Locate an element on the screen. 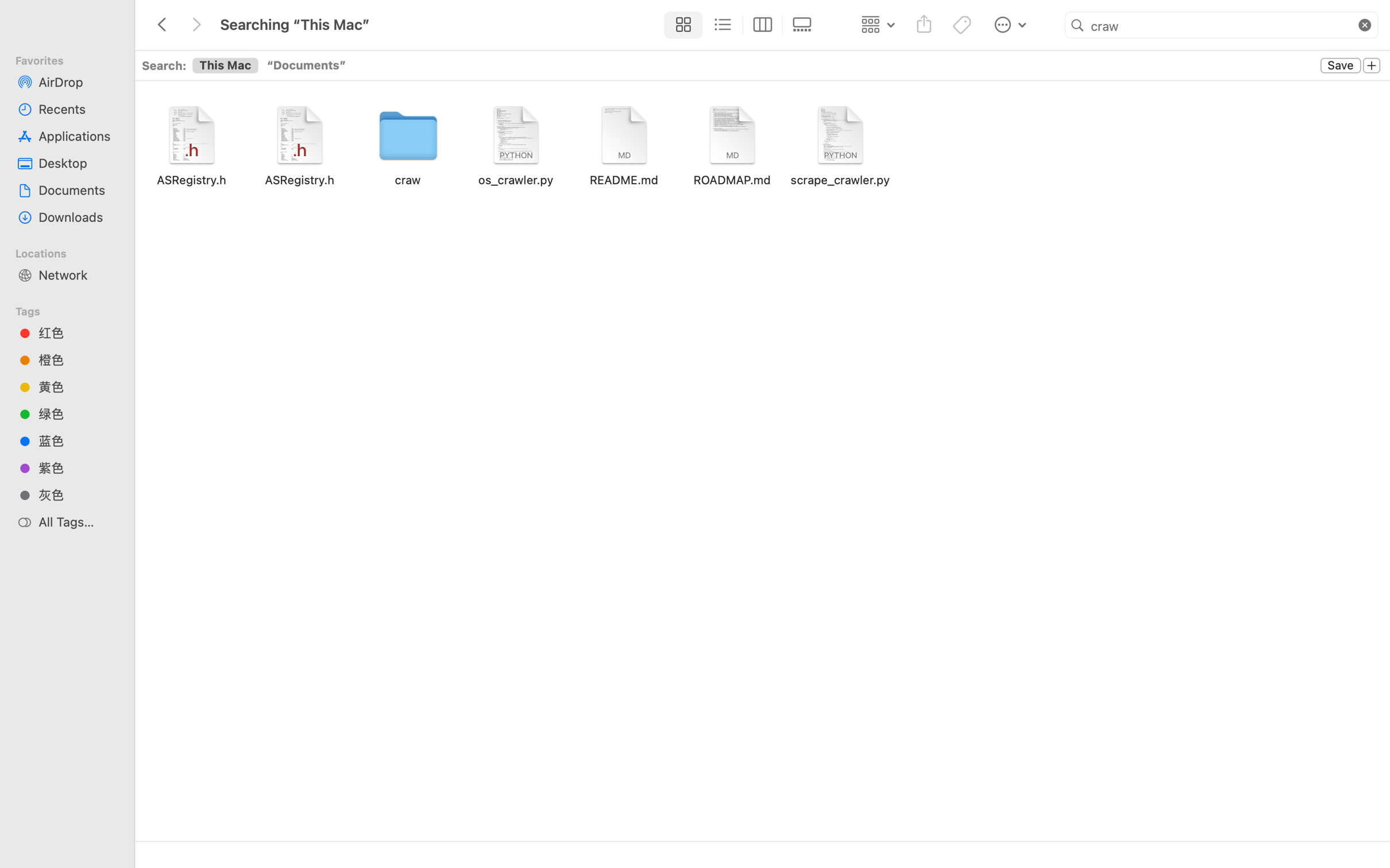 The image size is (1390, 868). 'Favorites' is located at coordinates (72, 59).